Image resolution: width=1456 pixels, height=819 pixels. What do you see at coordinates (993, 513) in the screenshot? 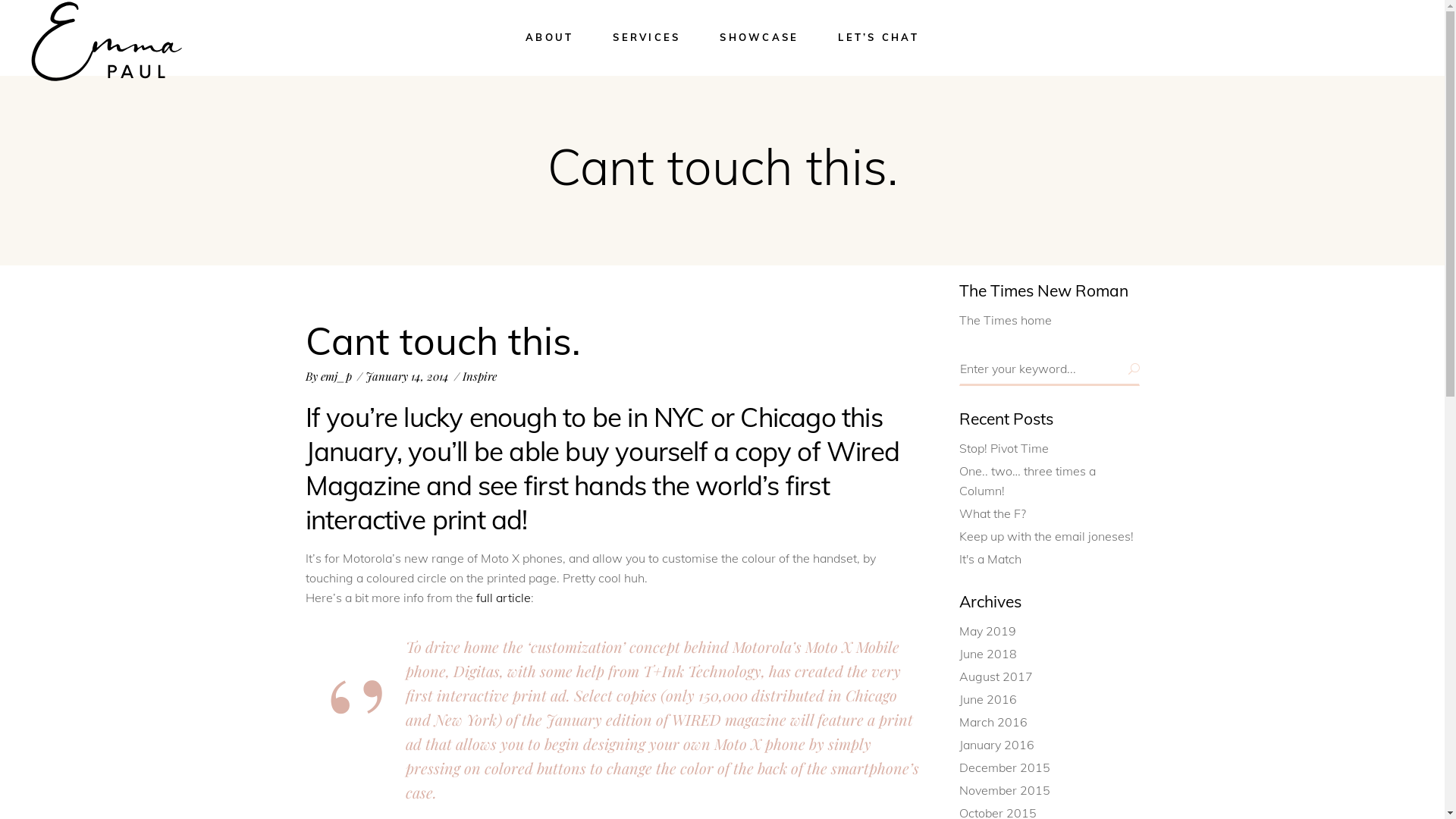
I see `'What the F?'` at bounding box center [993, 513].